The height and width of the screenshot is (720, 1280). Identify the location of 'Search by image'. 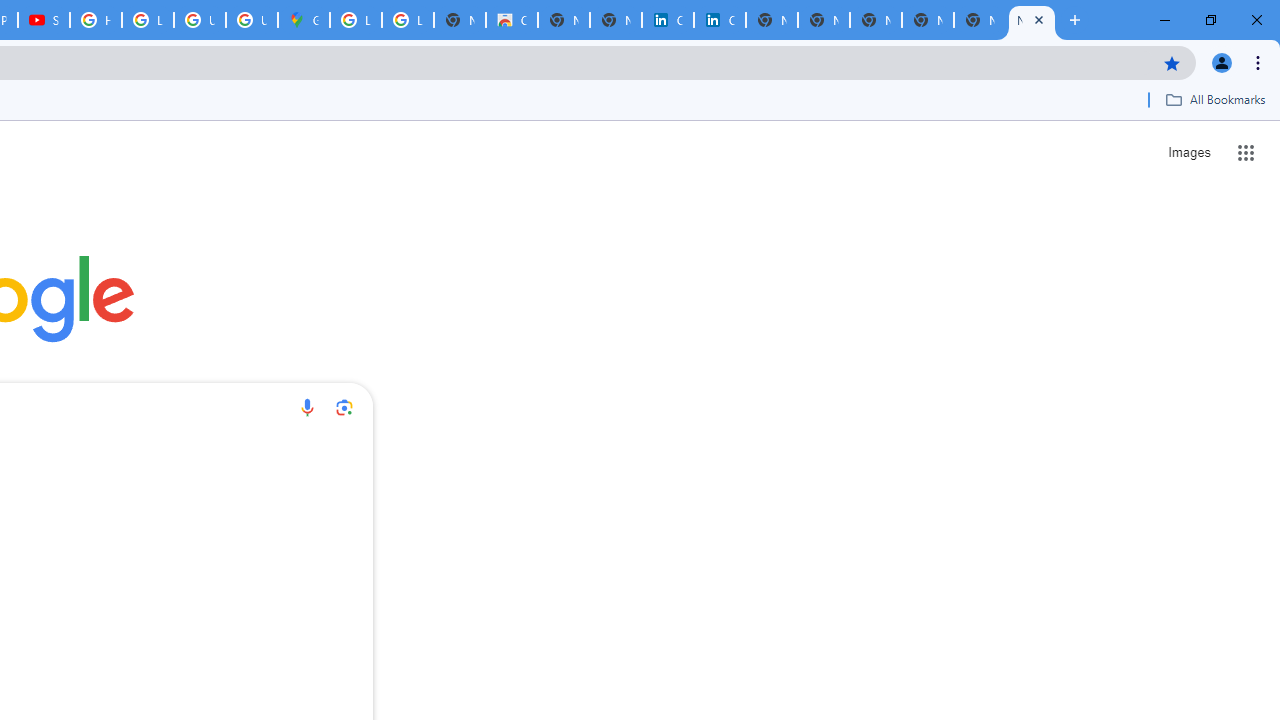
(344, 406).